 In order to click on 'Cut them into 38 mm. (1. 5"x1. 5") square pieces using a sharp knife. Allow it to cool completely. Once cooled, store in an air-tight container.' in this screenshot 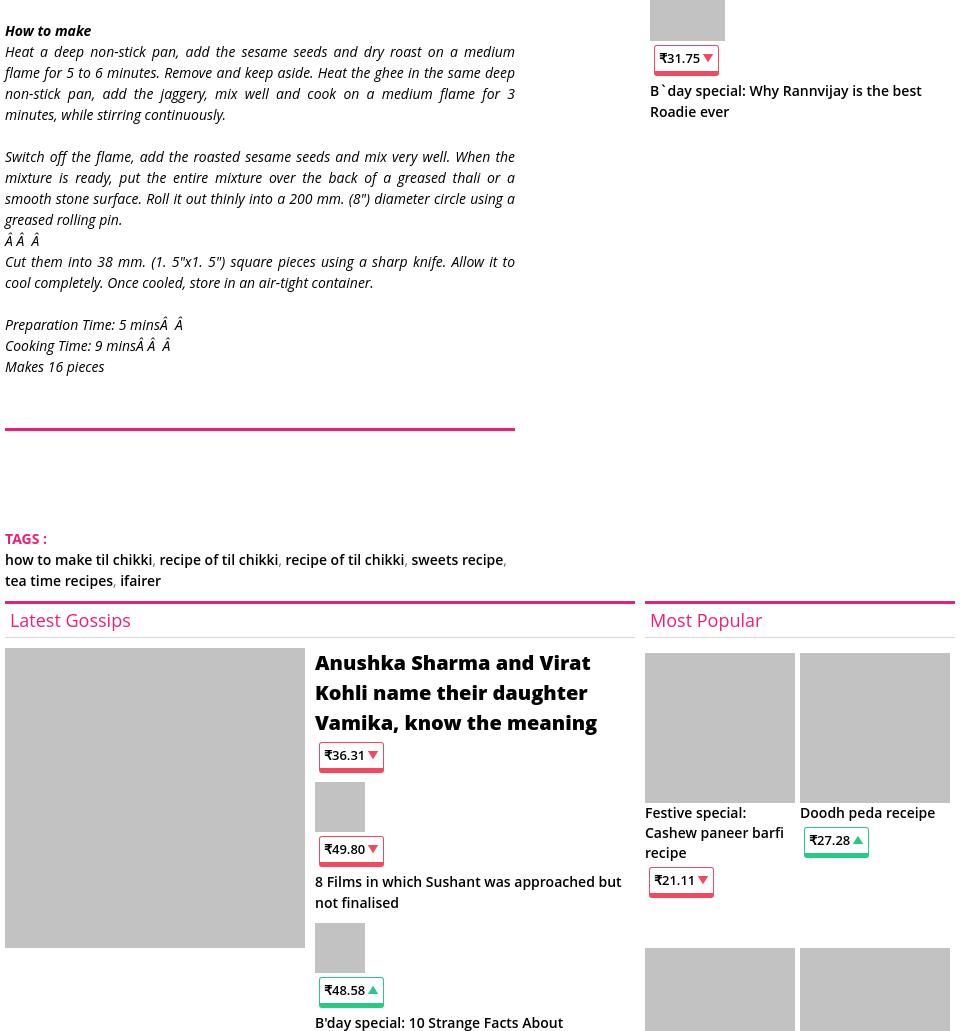, I will do `click(258, 271)`.